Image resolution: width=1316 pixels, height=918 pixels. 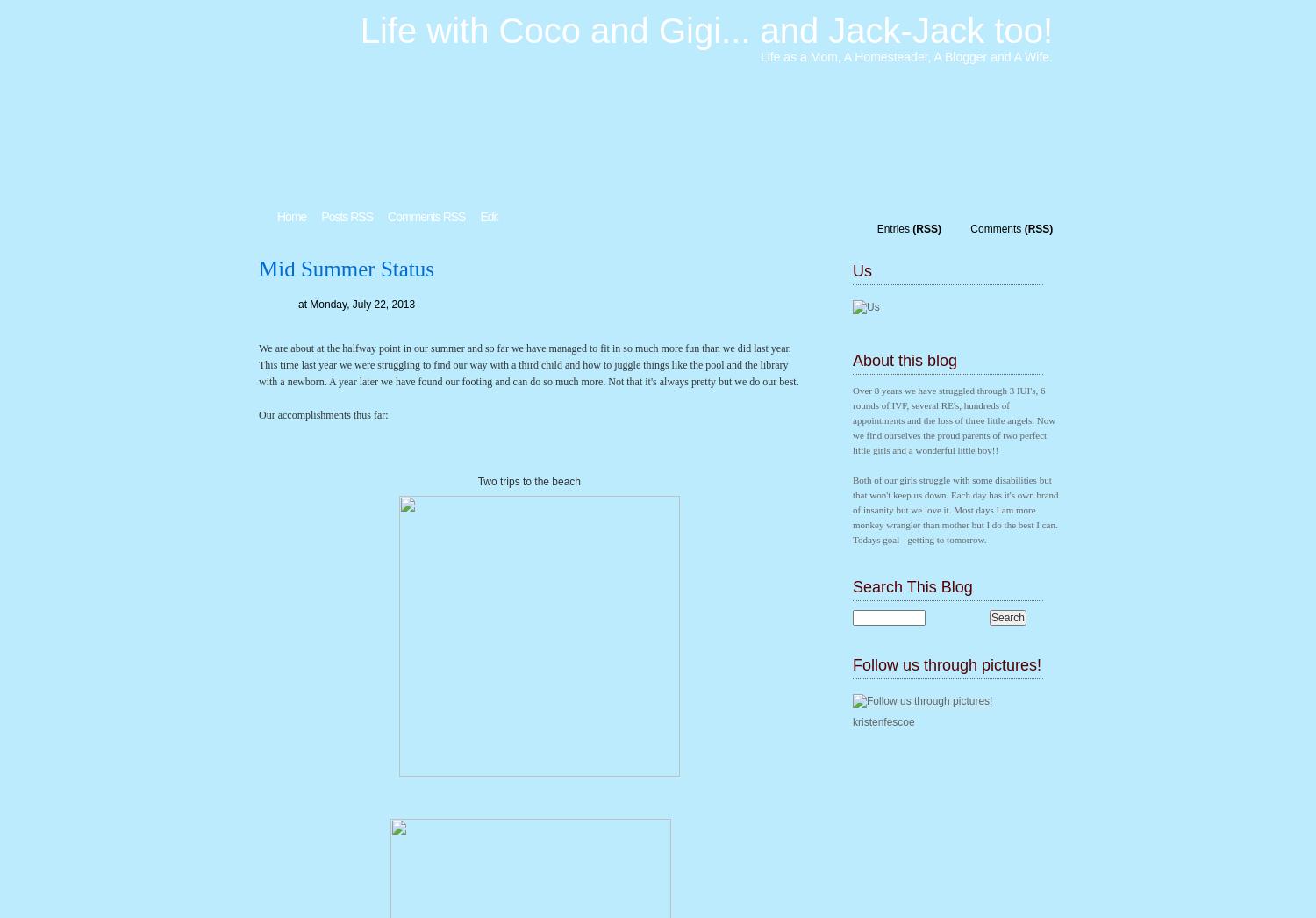 I want to click on 'at', so click(x=303, y=303).